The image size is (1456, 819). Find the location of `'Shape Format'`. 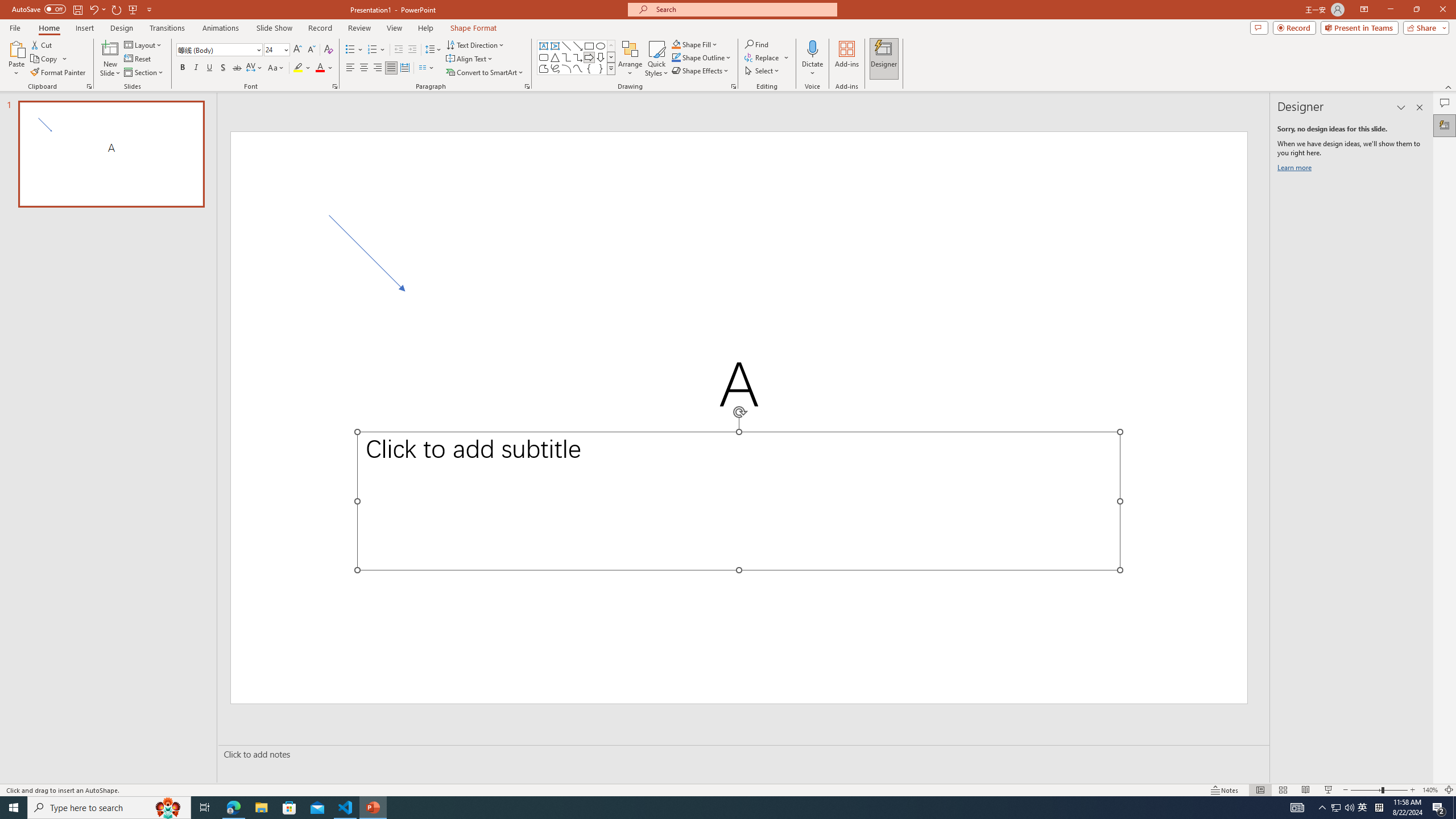

'Shape Format' is located at coordinates (473, 28).